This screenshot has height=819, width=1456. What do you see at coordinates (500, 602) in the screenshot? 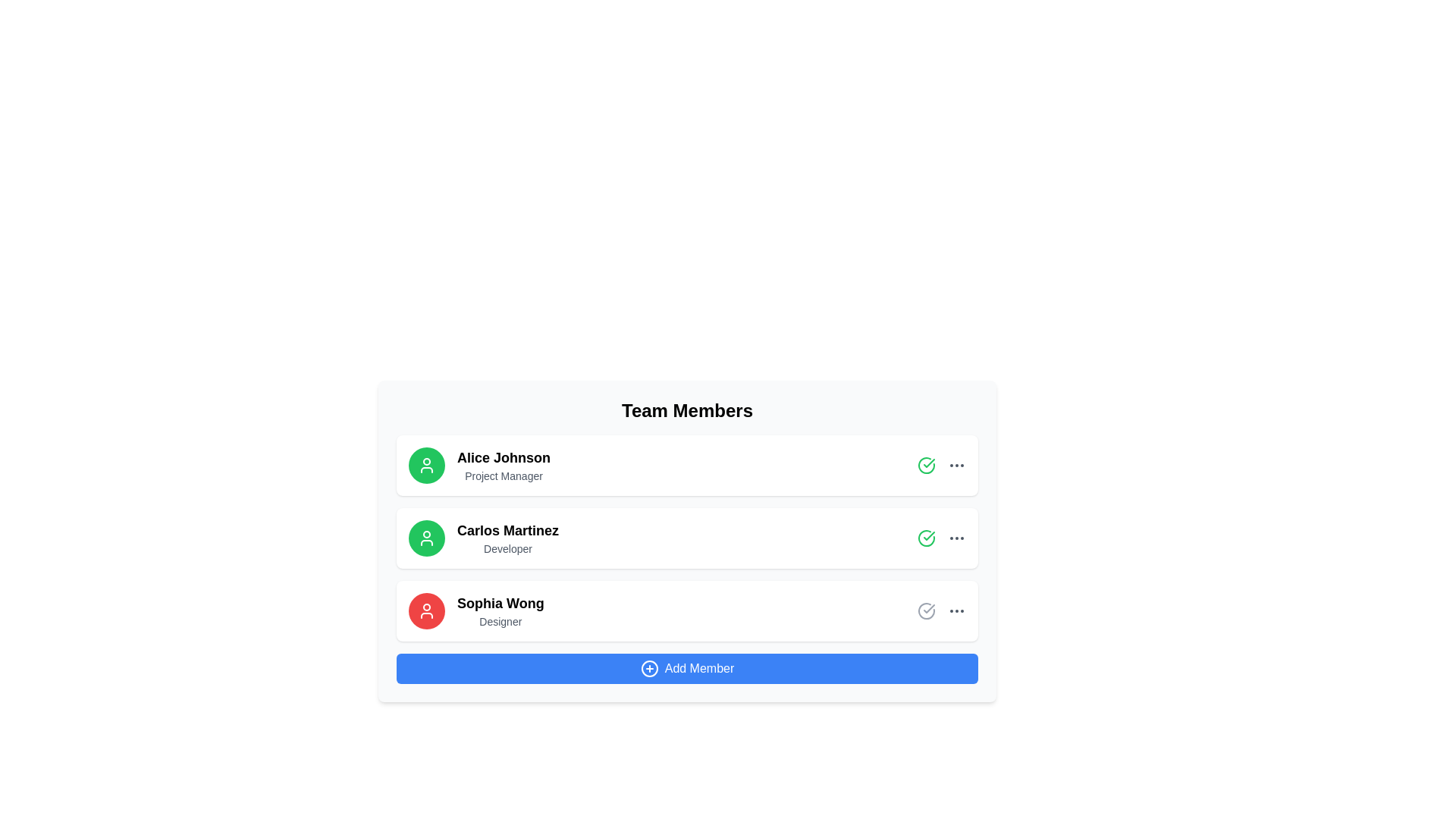
I see `the text label 'Sophia Wong' which is in bold, black font and located at the top of the third user info card in the 'Team Members' section` at bounding box center [500, 602].